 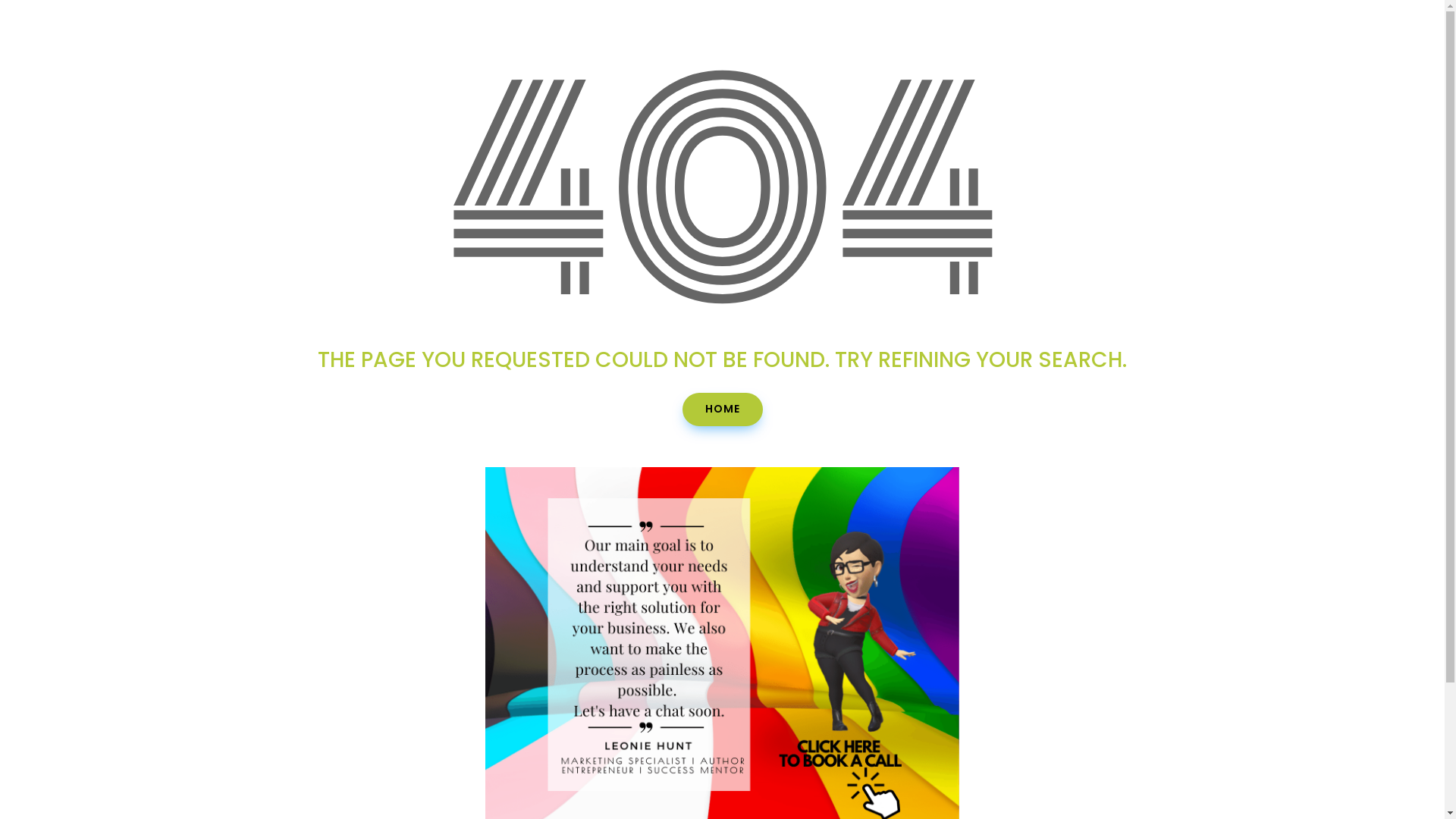 What do you see at coordinates (722, 409) in the screenshot?
I see `'HOME'` at bounding box center [722, 409].